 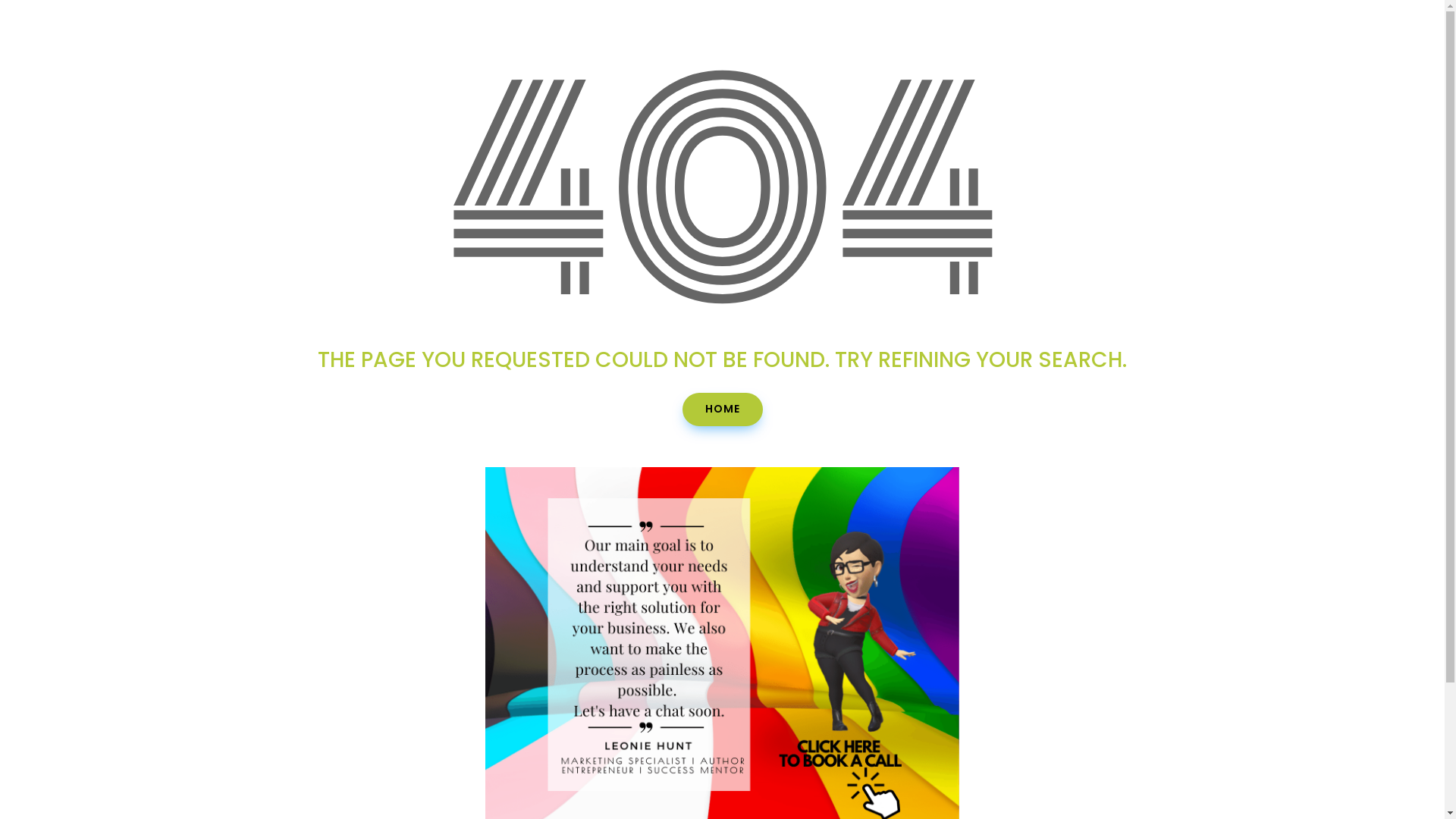 What do you see at coordinates (722, 409) in the screenshot?
I see `'HOME'` at bounding box center [722, 409].